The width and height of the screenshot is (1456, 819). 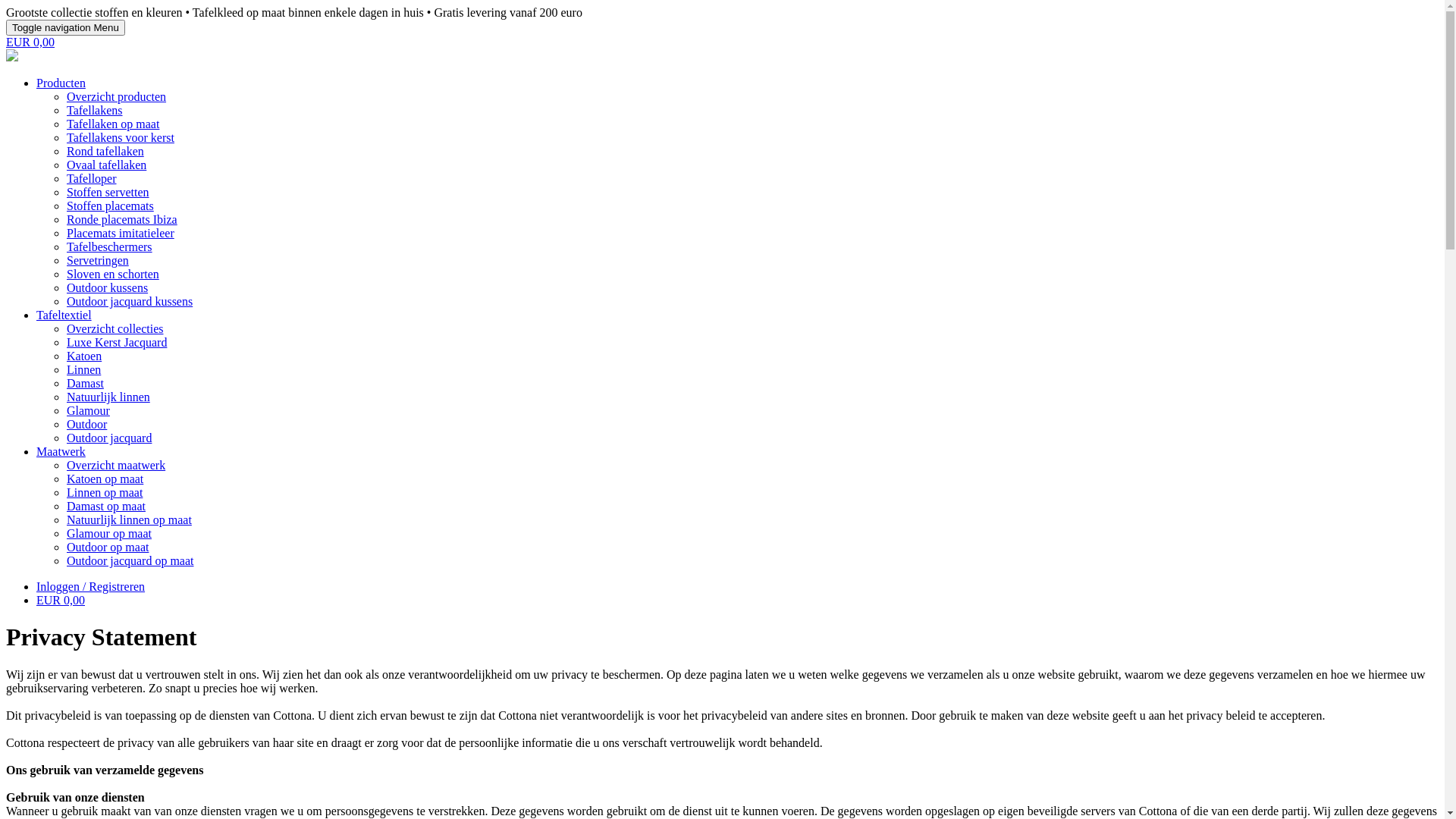 What do you see at coordinates (83, 369) in the screenshot?
I see `'Linnen'` at bounding box center [83, 369].